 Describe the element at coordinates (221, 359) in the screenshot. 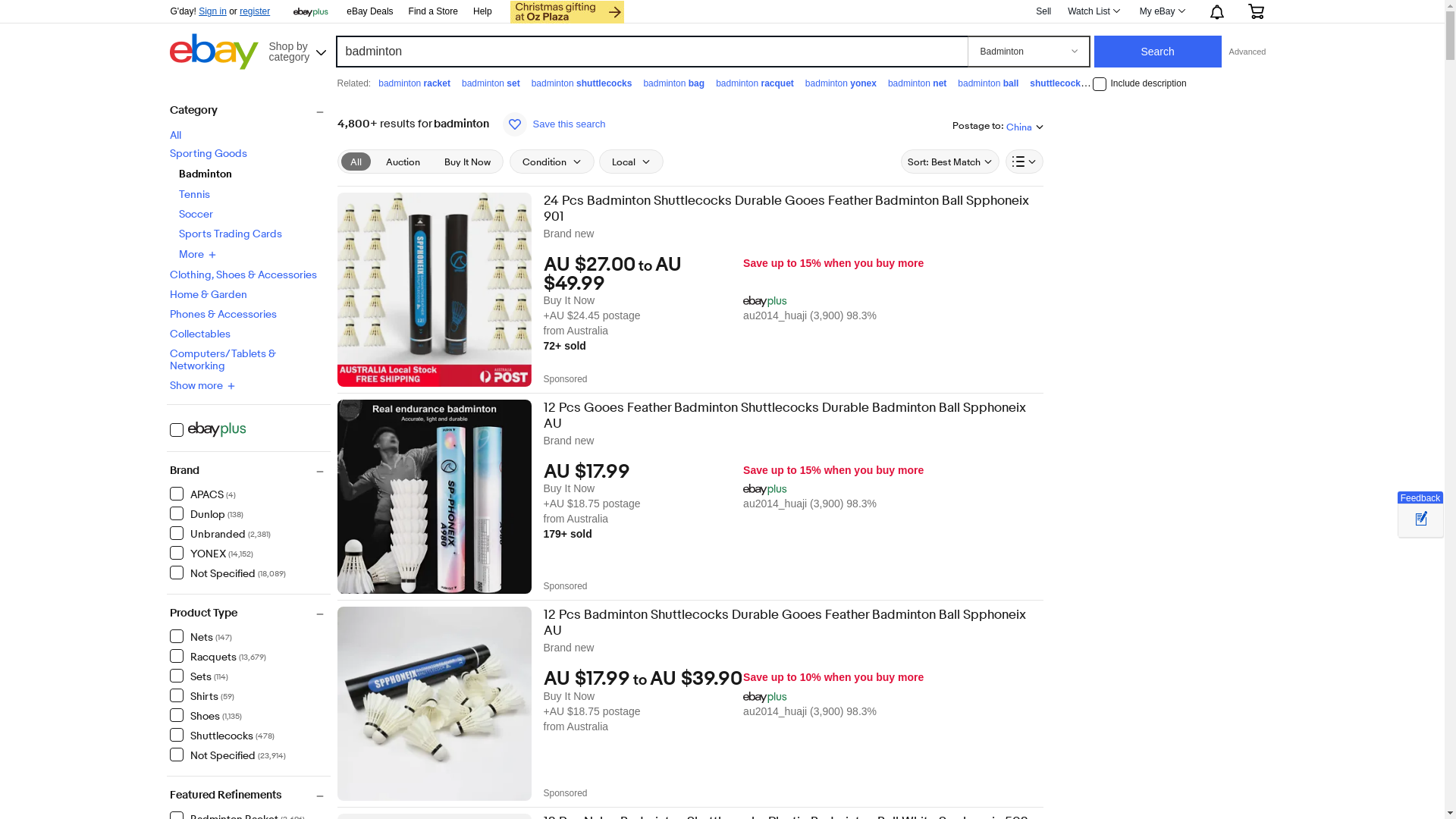

I see `'Computers/Tablets & Networking'` at that location.